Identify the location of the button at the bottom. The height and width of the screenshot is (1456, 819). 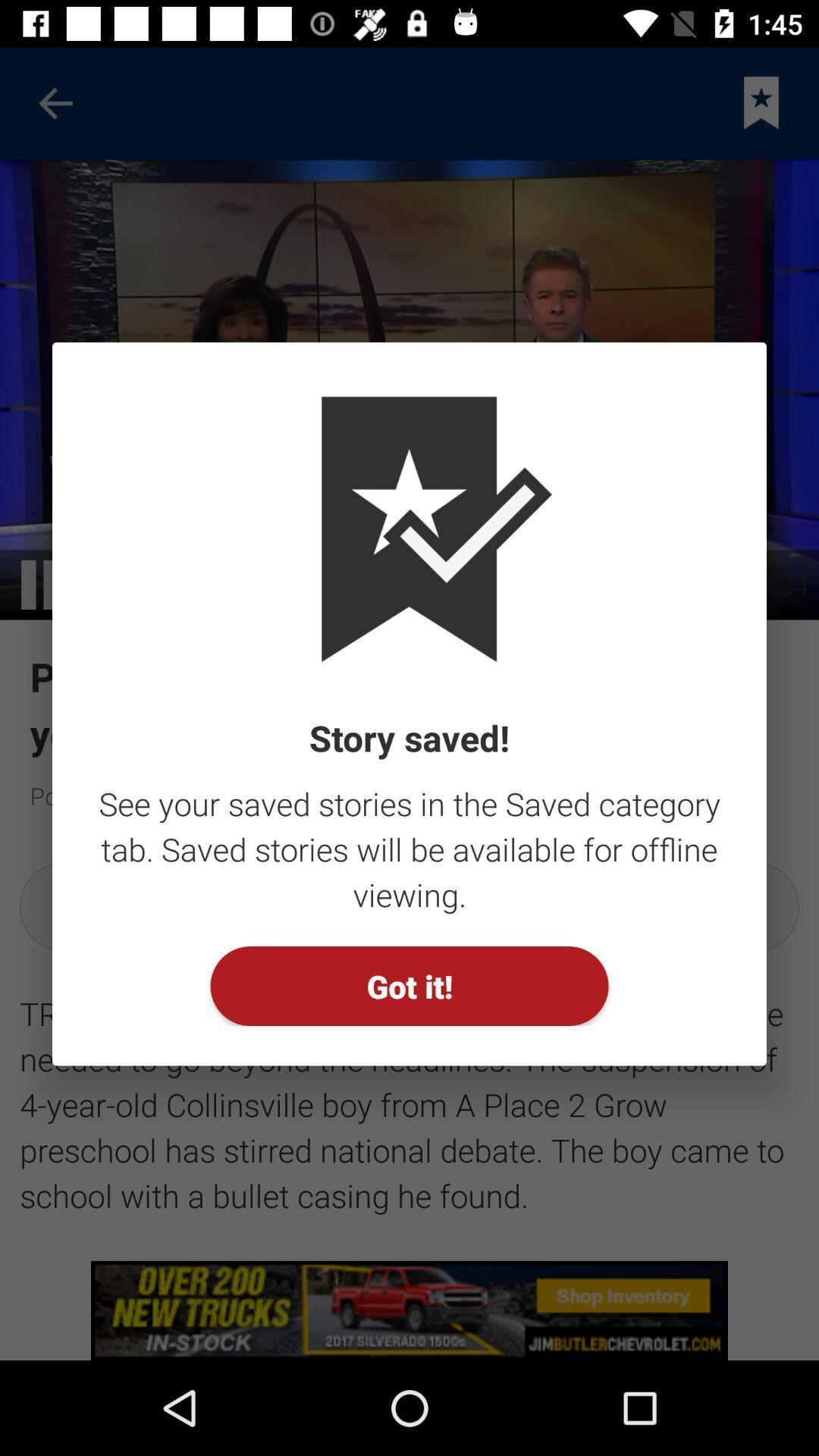
(409, 986).